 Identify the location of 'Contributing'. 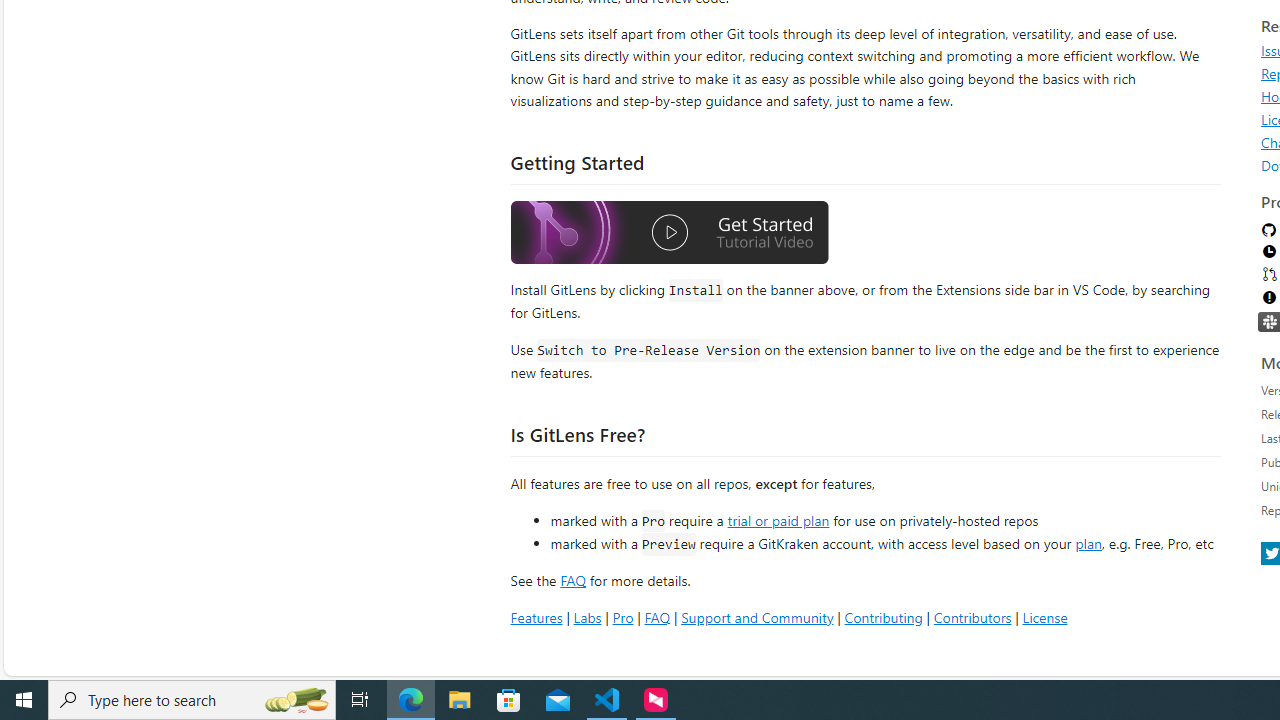
(882, 616).